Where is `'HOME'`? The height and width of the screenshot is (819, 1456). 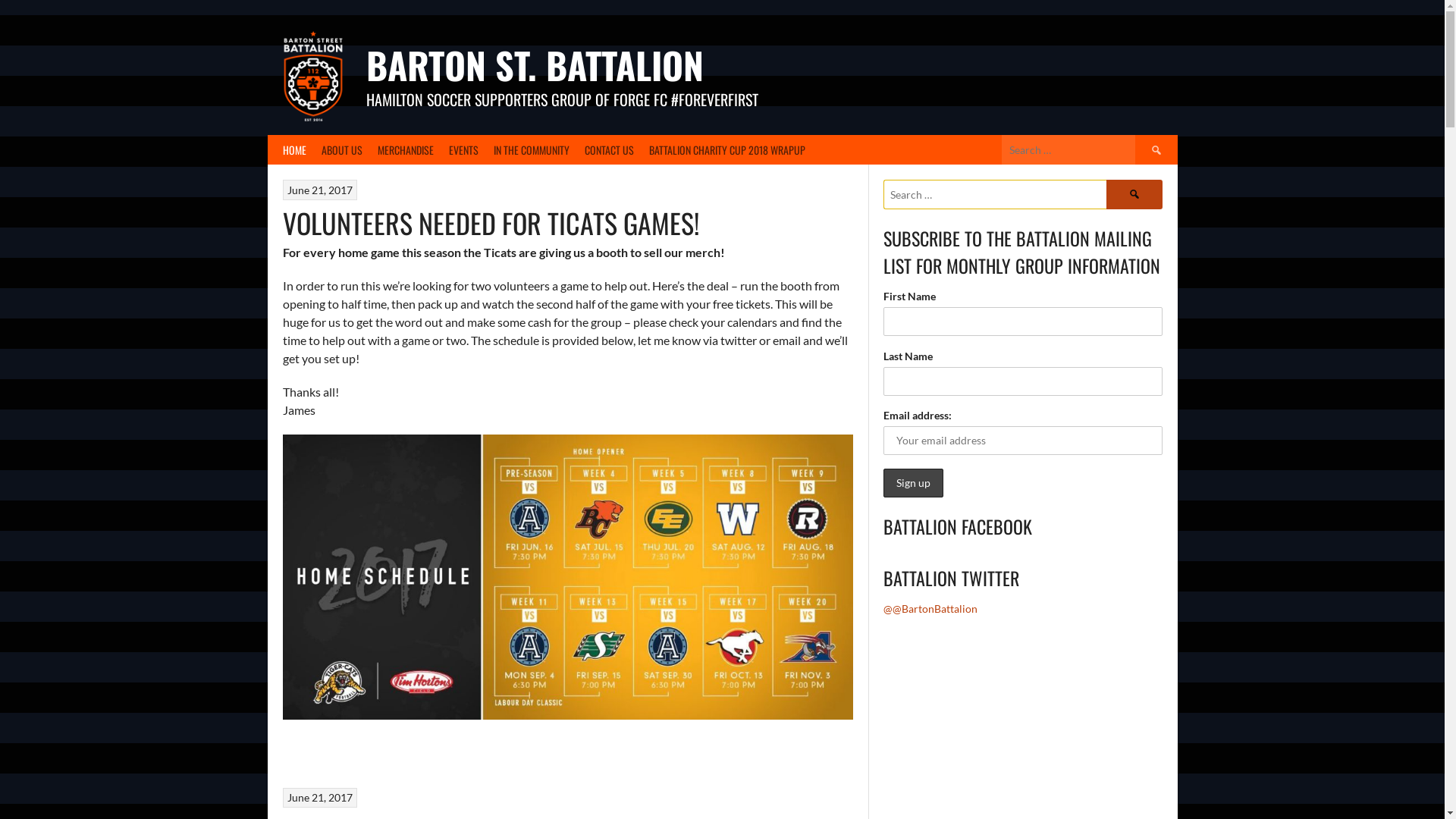 'HOME' is located at coordinates (293, 149).